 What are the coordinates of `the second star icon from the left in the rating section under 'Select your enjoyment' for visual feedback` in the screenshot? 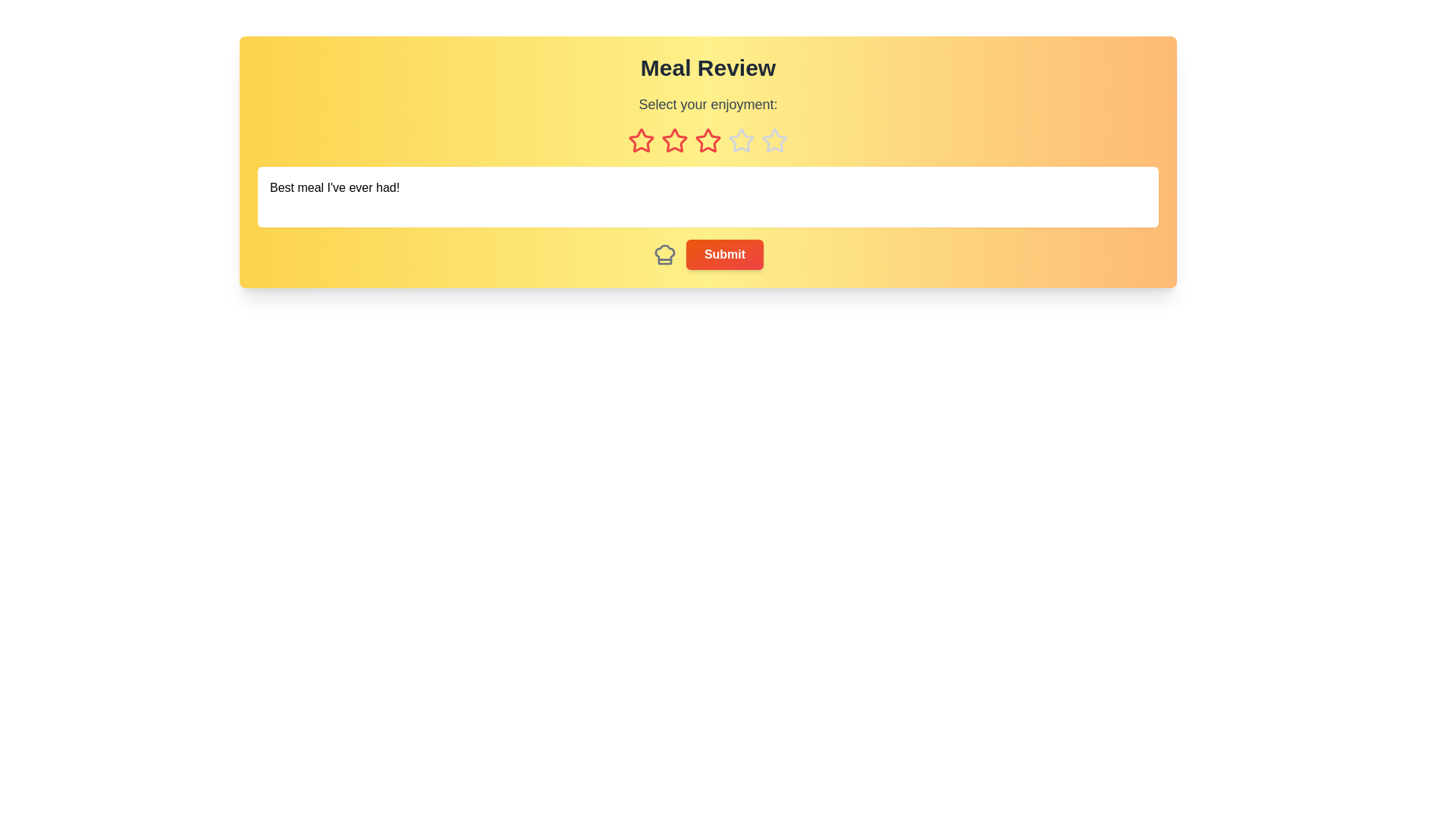 It's located at (673, 140).